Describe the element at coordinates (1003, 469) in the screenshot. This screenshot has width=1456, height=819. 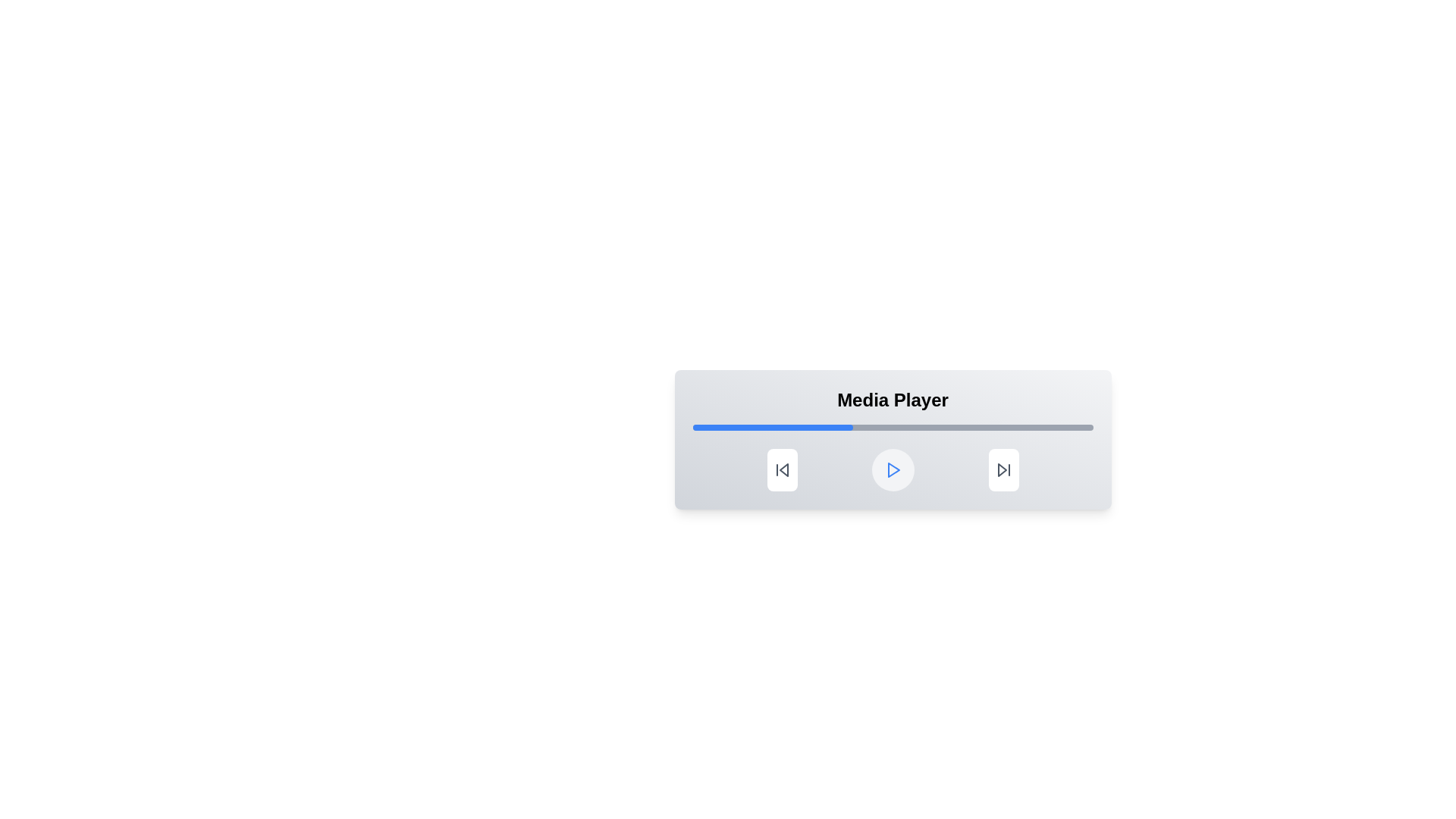
I see `the 'skip forward' button, which is the rightmost icon in a horizontal row of interactive controls located near the bottom-center of the interface` at that location.